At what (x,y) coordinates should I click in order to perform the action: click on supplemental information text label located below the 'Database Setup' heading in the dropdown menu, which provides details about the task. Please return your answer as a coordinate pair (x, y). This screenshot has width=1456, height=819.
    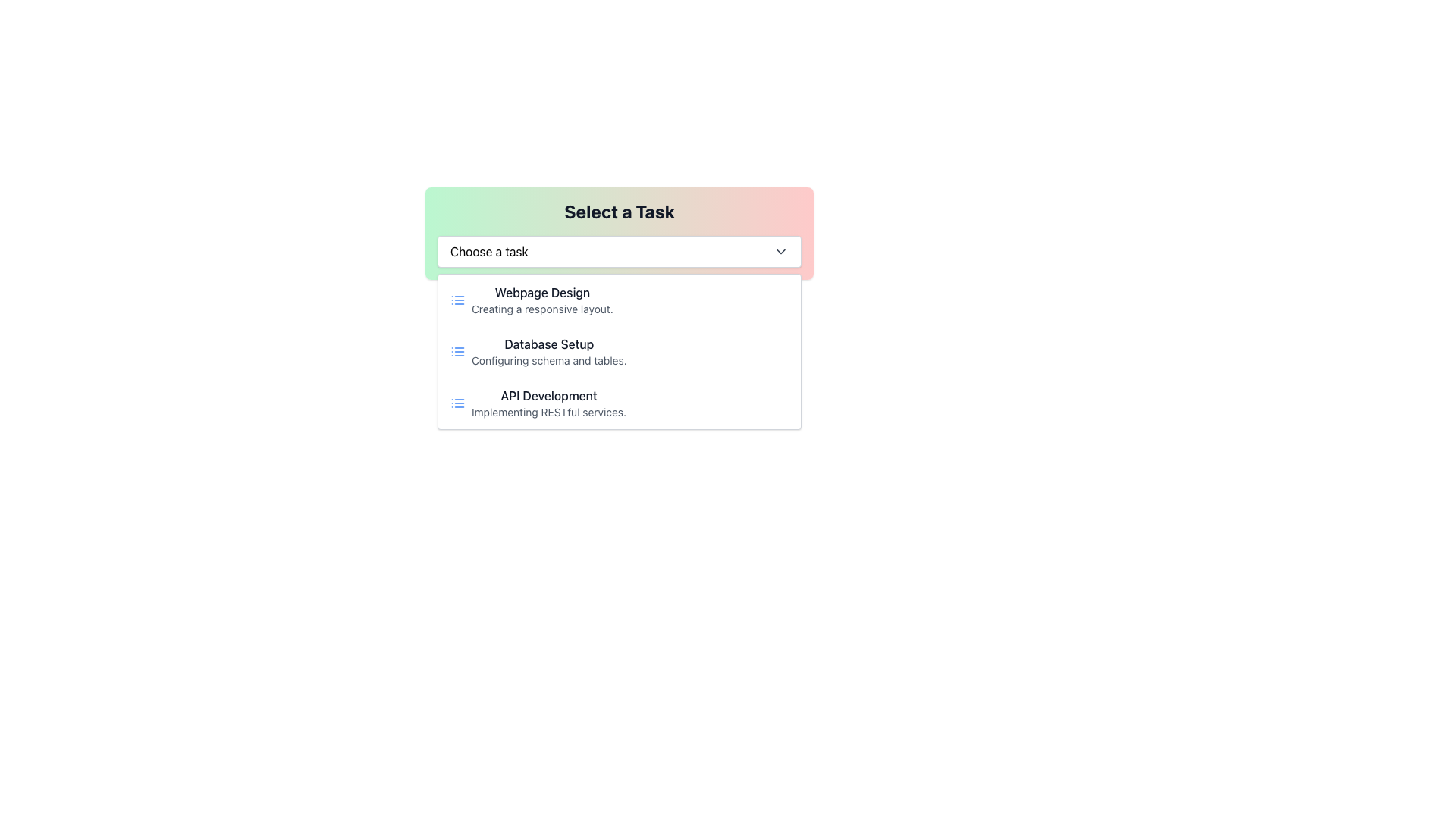
    Looking at the image, I should click on (548, 360).